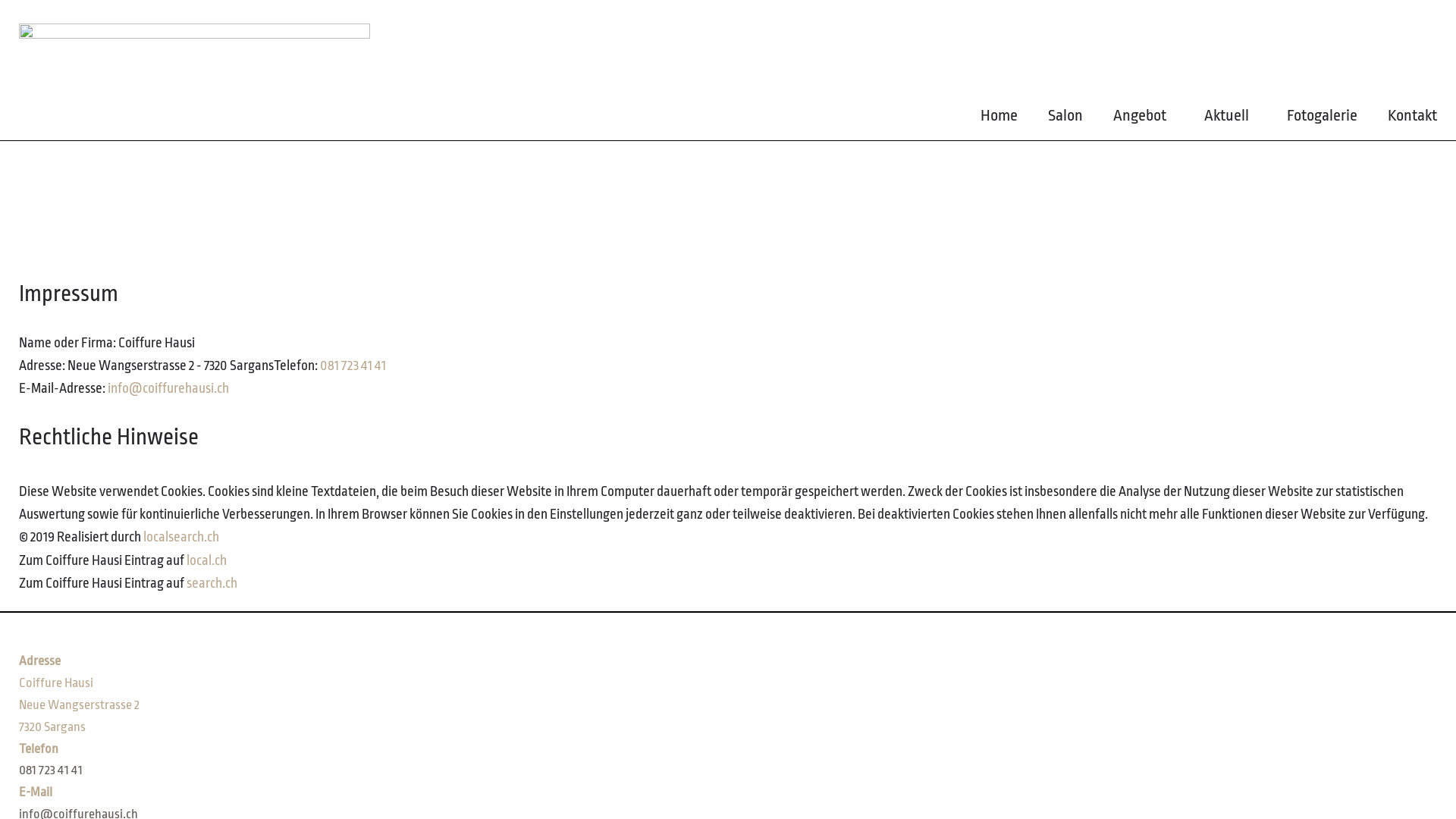 This screenshot has width=1456, height=819. What do you see at coordinates (181, 536) in the screenshot?
I see `'localsearch.ch'` at bounding box center [181, 536].